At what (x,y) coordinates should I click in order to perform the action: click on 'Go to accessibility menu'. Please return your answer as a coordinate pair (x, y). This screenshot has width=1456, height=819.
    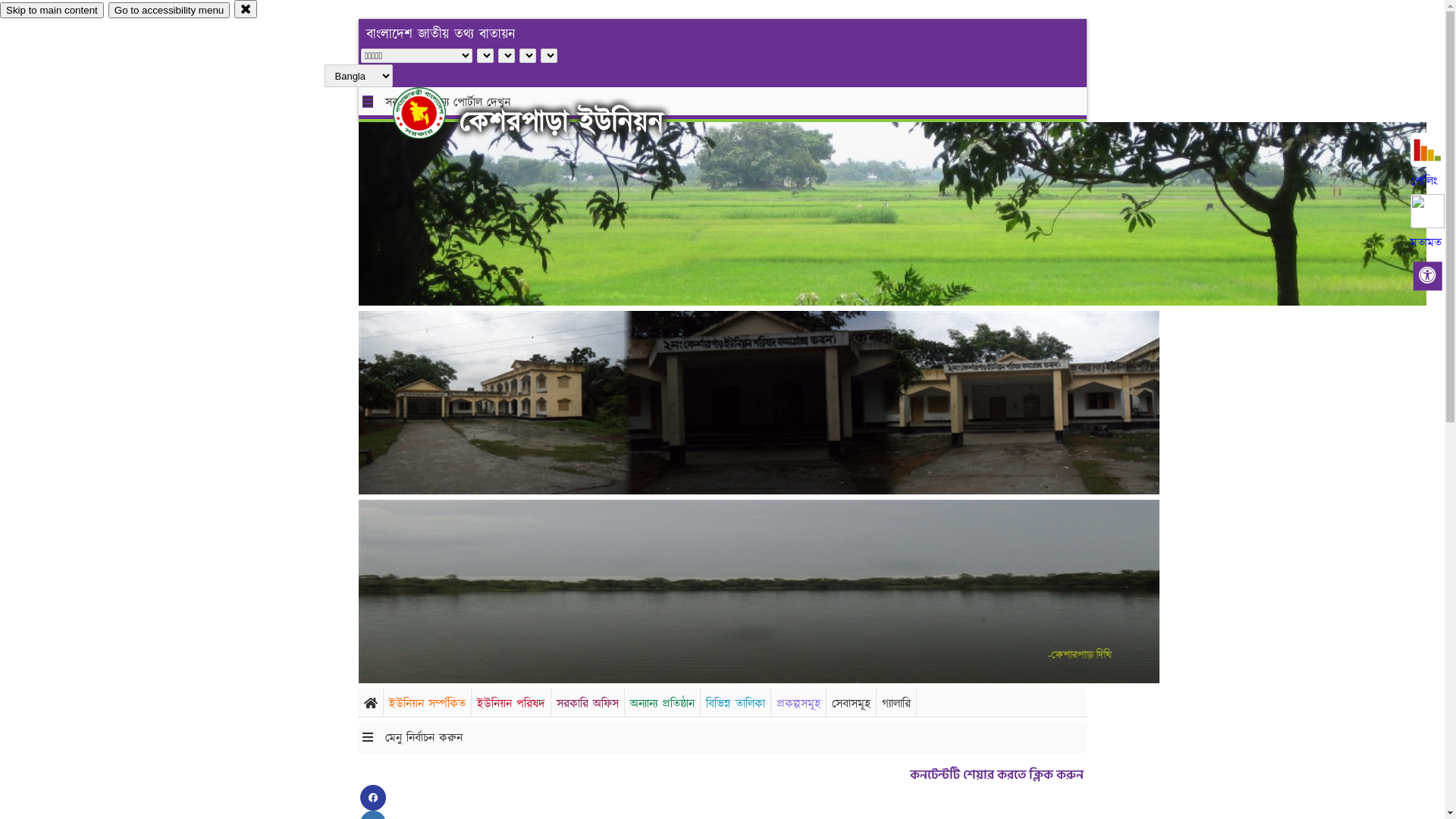
    Looking at the image, I should click on (108, 10).